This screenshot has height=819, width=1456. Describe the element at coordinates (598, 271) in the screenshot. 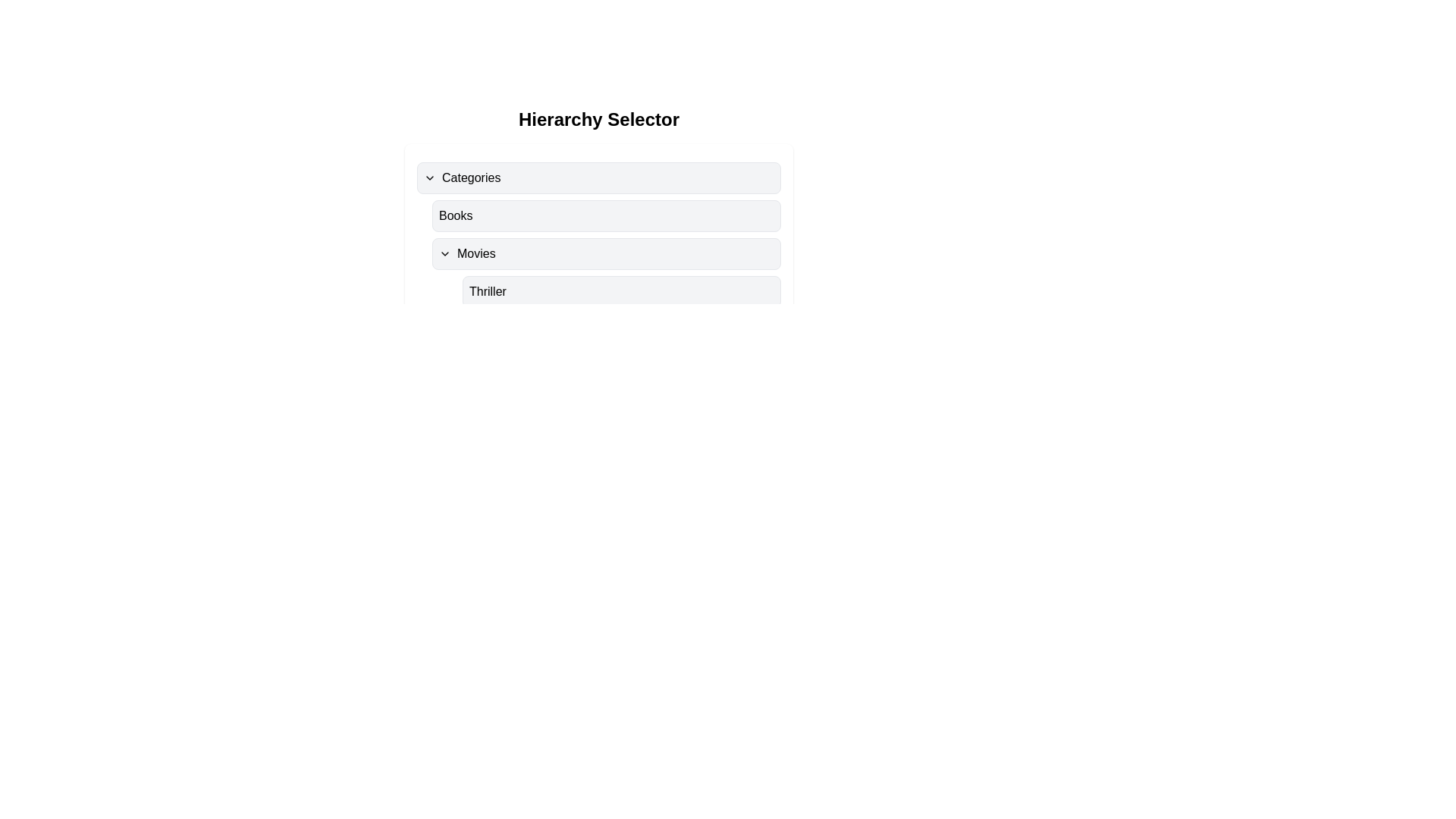

I see `the hierarchical navigation item representing 'Thriller' within the 'CategoriesBooksMovies' section` at that location.